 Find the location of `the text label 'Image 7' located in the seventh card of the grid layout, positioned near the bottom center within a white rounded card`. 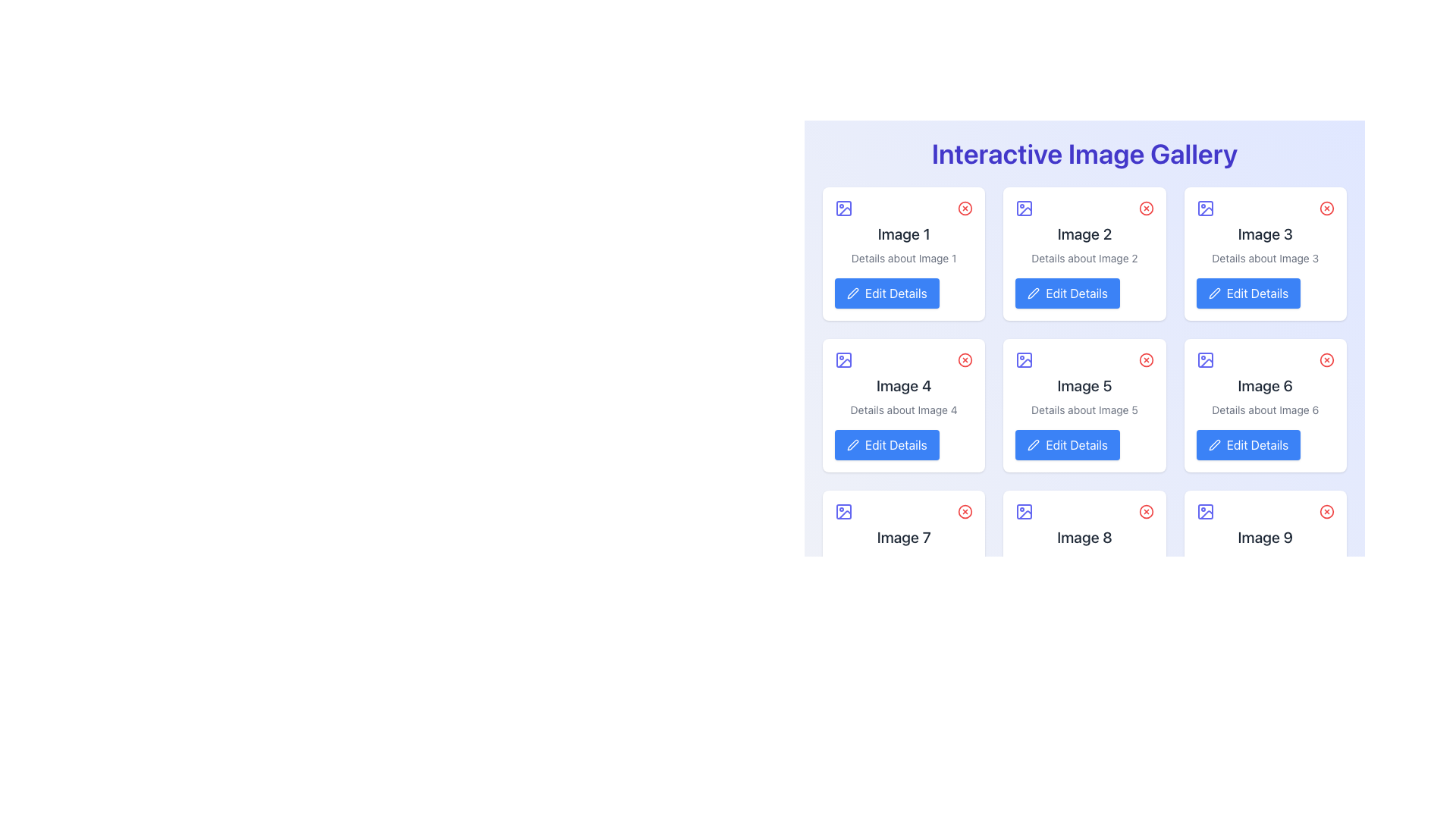

the text label 'Image 7' located in the seventh card of the grid layout, positioned near the bottom center within a white rounded card is located at coordinates (904, 537).